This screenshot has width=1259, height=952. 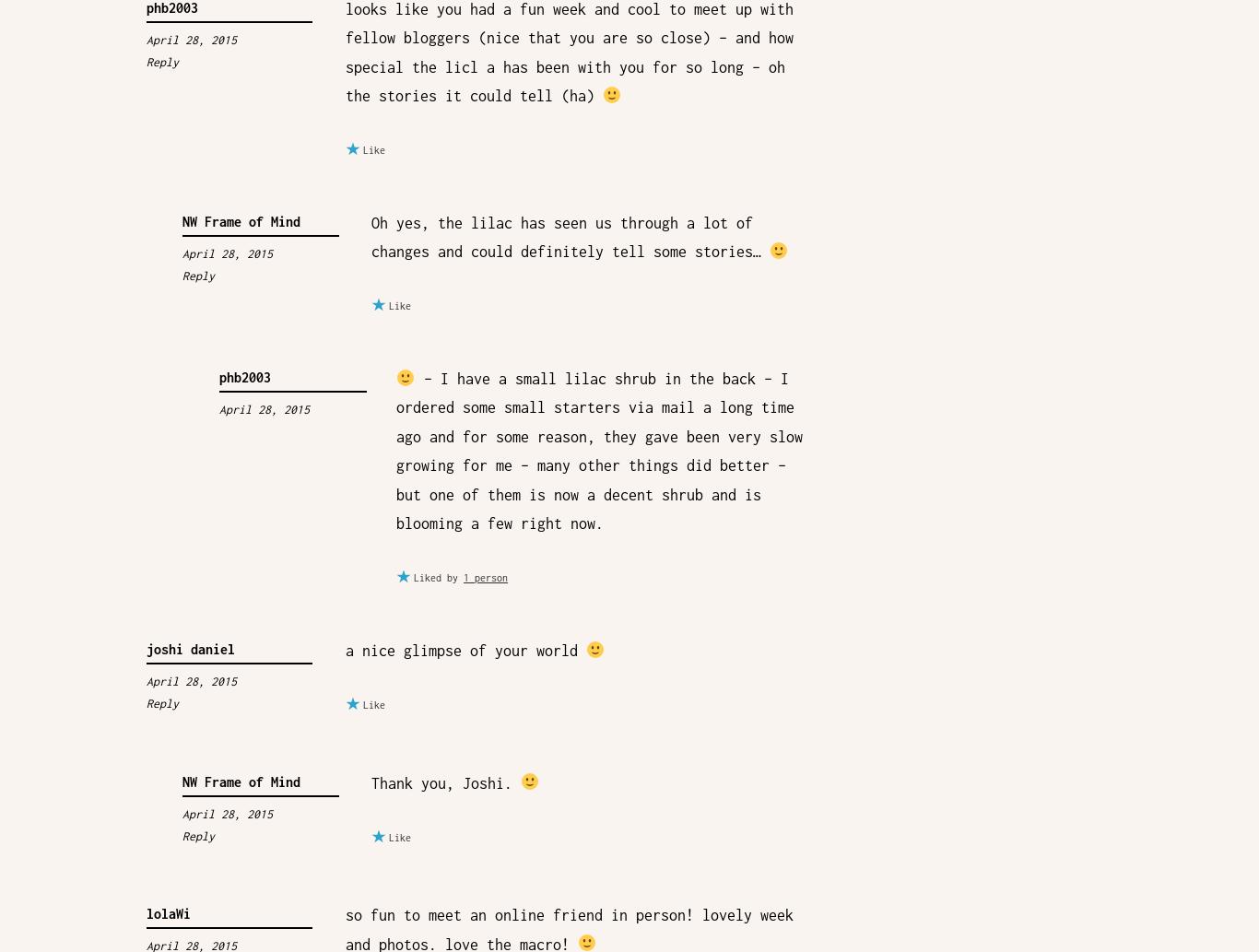 I want to click on 'looks like you had a fun week and cool to meet up with fellow bloggers (nice that you are so close) – and how special the licl a has been with you for so long – oh the stories it could tell (ha)', so click(x=568, y=52).